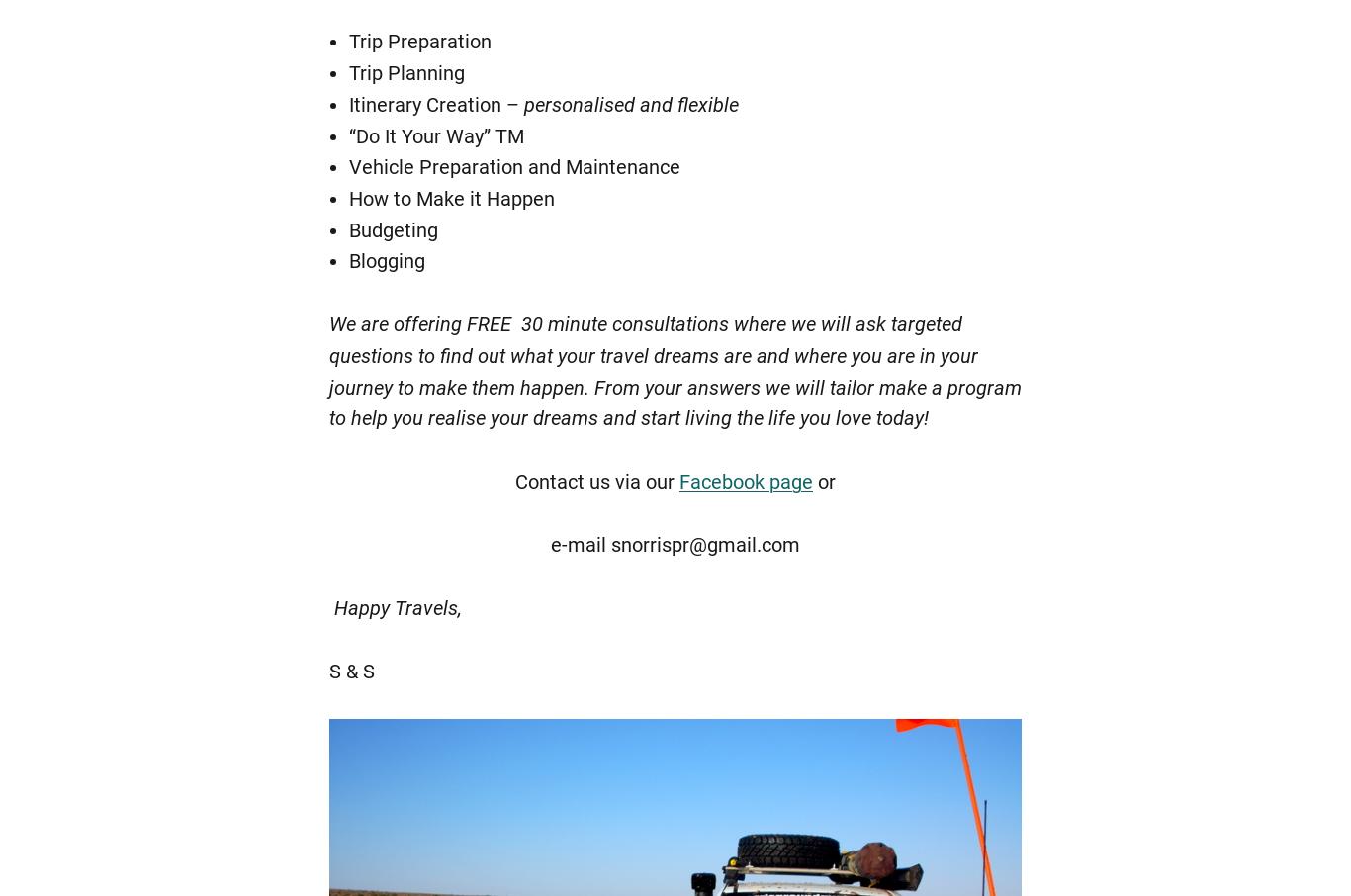 Image resolution: width=1351 pixels, height=896 pixels. Describe the element at coordinates (350, 670) in the screenshot. I see `'S & S'` at that location.